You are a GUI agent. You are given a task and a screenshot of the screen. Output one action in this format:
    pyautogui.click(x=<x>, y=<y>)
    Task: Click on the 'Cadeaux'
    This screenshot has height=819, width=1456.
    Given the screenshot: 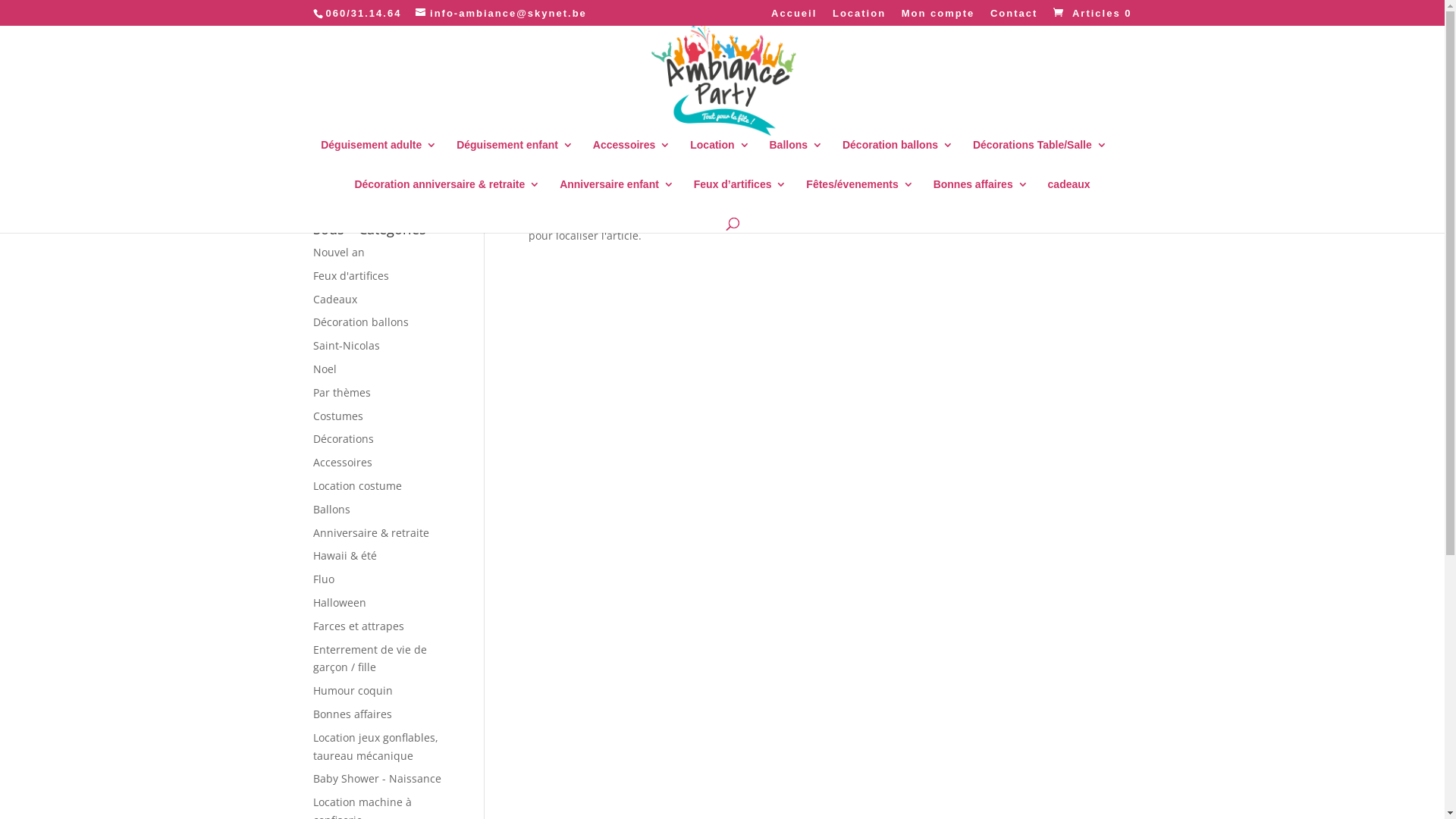 What is the action you would take?
    pyautogui.click(x=312, y=299)
    